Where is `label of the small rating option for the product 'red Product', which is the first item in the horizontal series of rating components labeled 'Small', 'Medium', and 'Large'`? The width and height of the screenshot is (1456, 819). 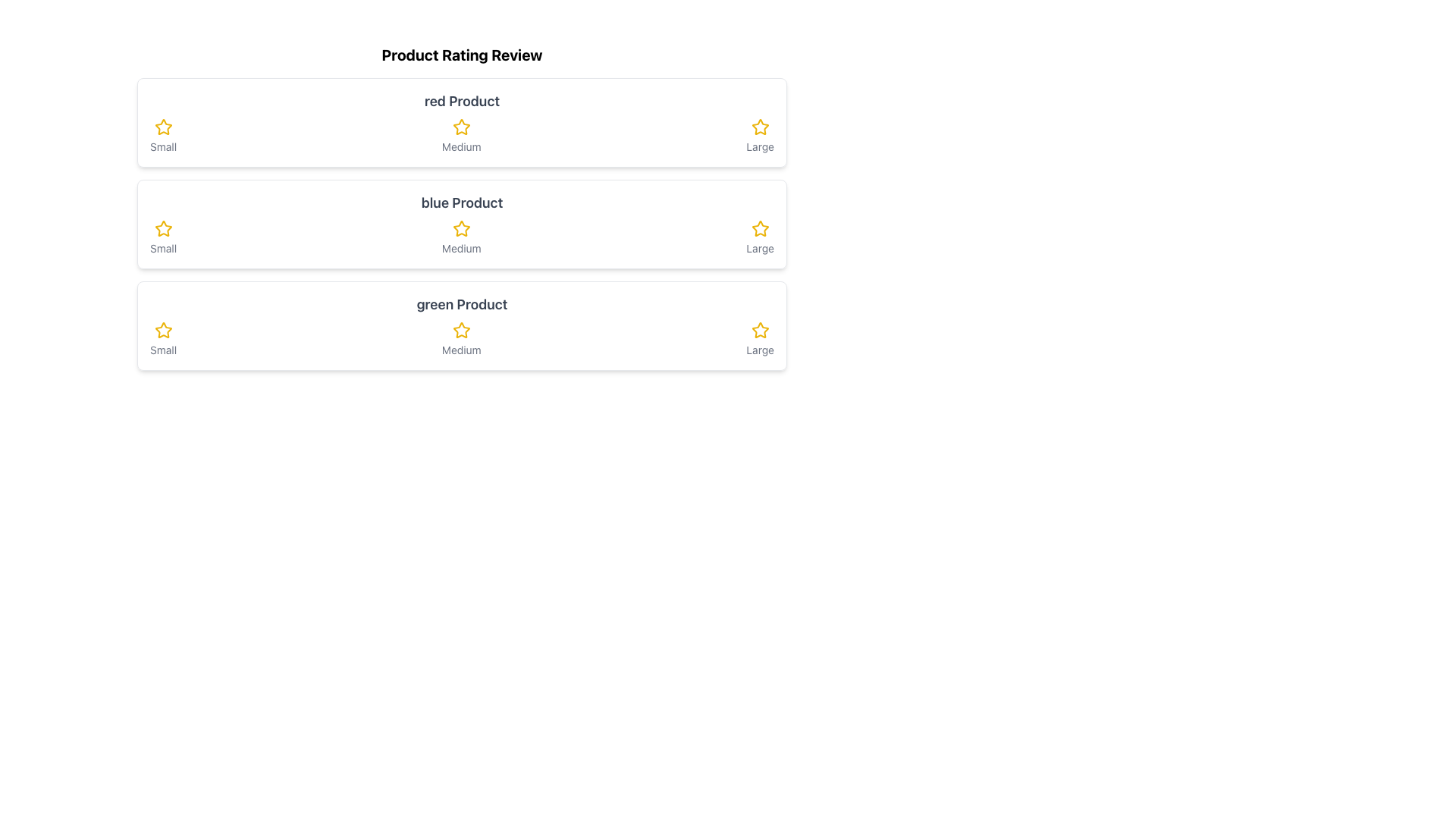 label of the small rating option for the product 'red Product', which is the first item in the horizontal series of rating components labeled 'Small', 'Medium', and 'Large' is located at coordinates (163, 136).